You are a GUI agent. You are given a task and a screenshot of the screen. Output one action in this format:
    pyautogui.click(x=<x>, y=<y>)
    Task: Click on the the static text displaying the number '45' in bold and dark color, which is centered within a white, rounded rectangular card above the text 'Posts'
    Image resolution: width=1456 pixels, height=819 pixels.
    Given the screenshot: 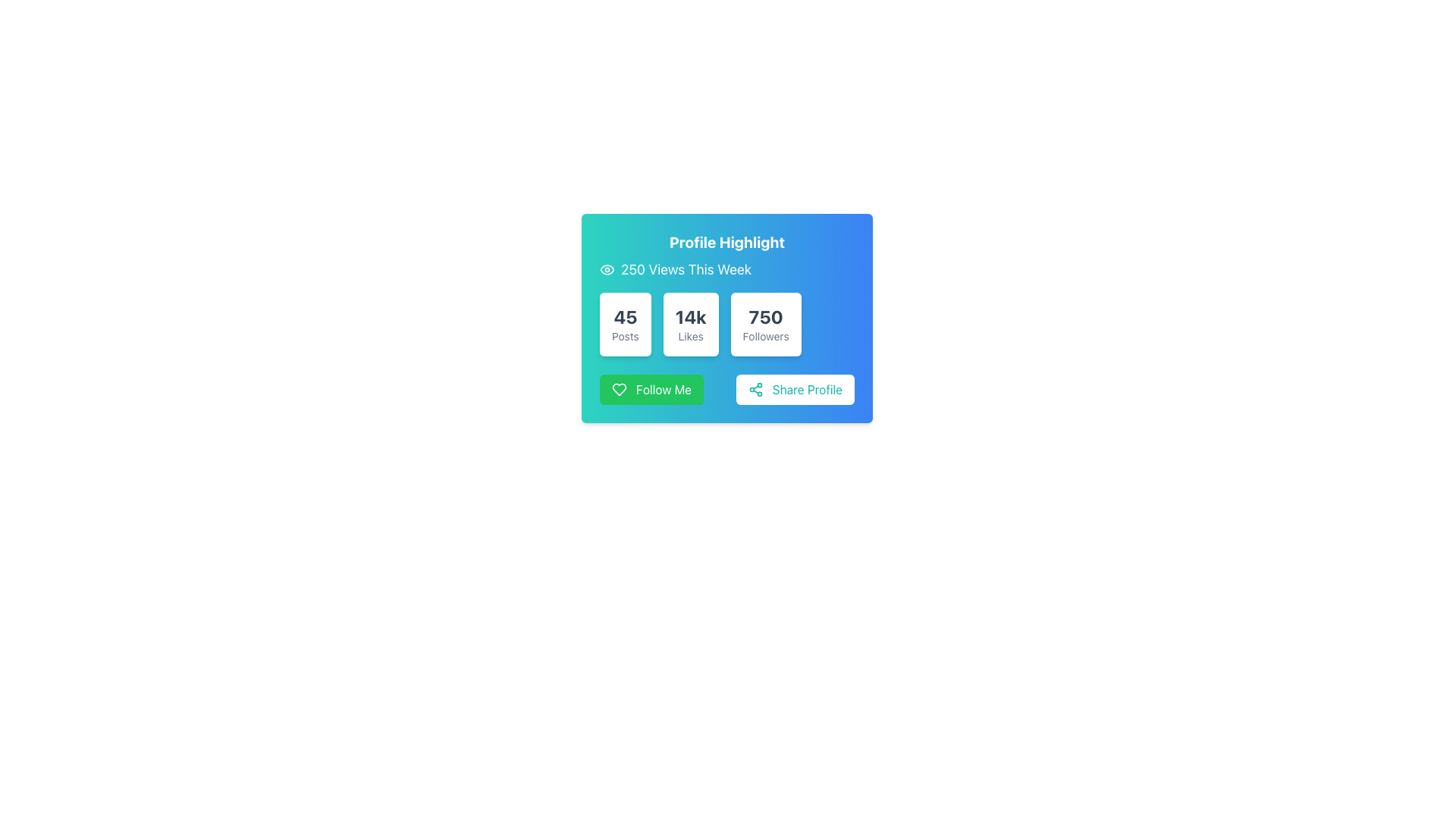 What is the action you would take?
    pyautogui.click(x=625, y=315)
    